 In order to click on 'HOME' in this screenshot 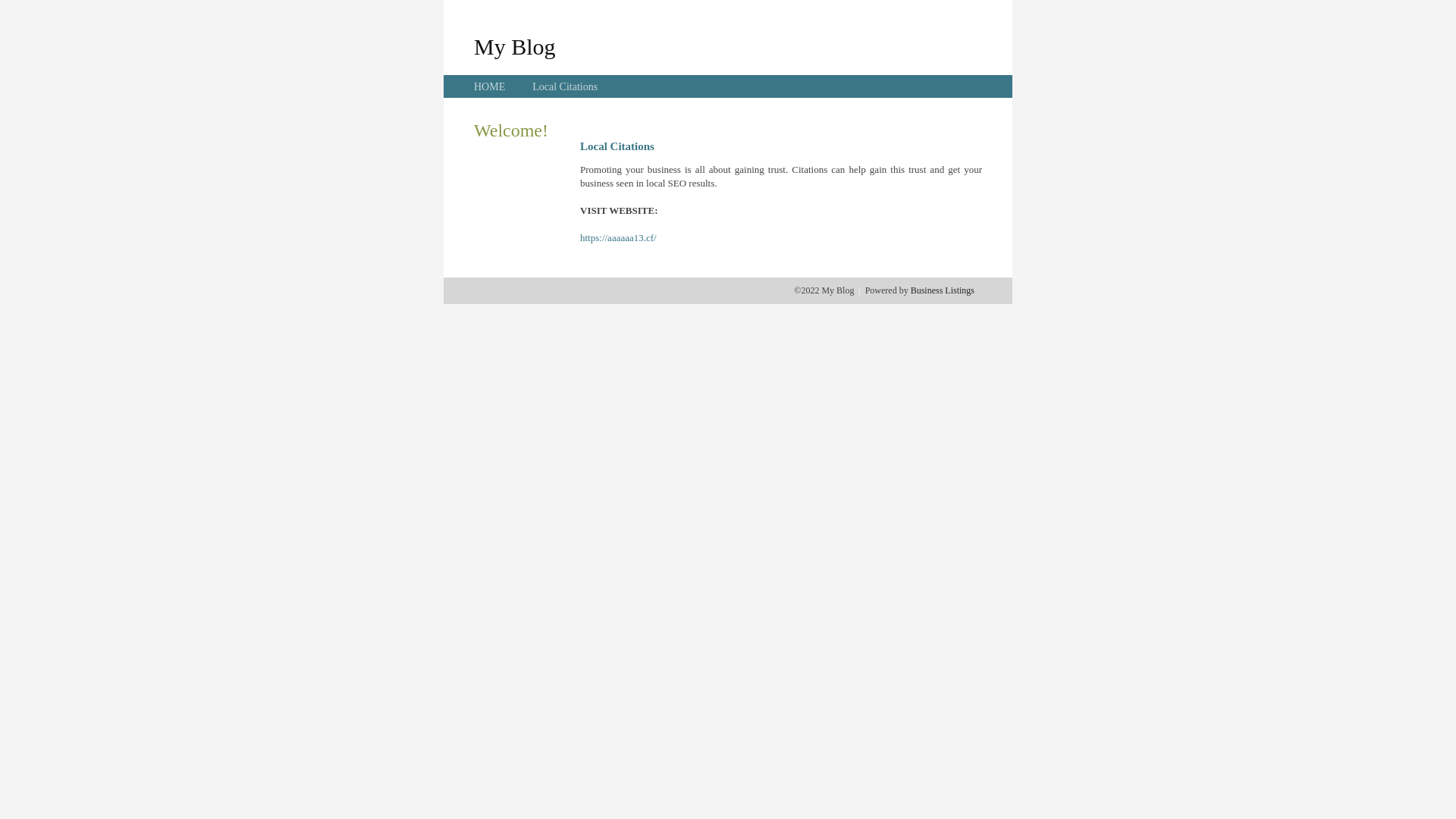, I will do `click(489, 86)`.